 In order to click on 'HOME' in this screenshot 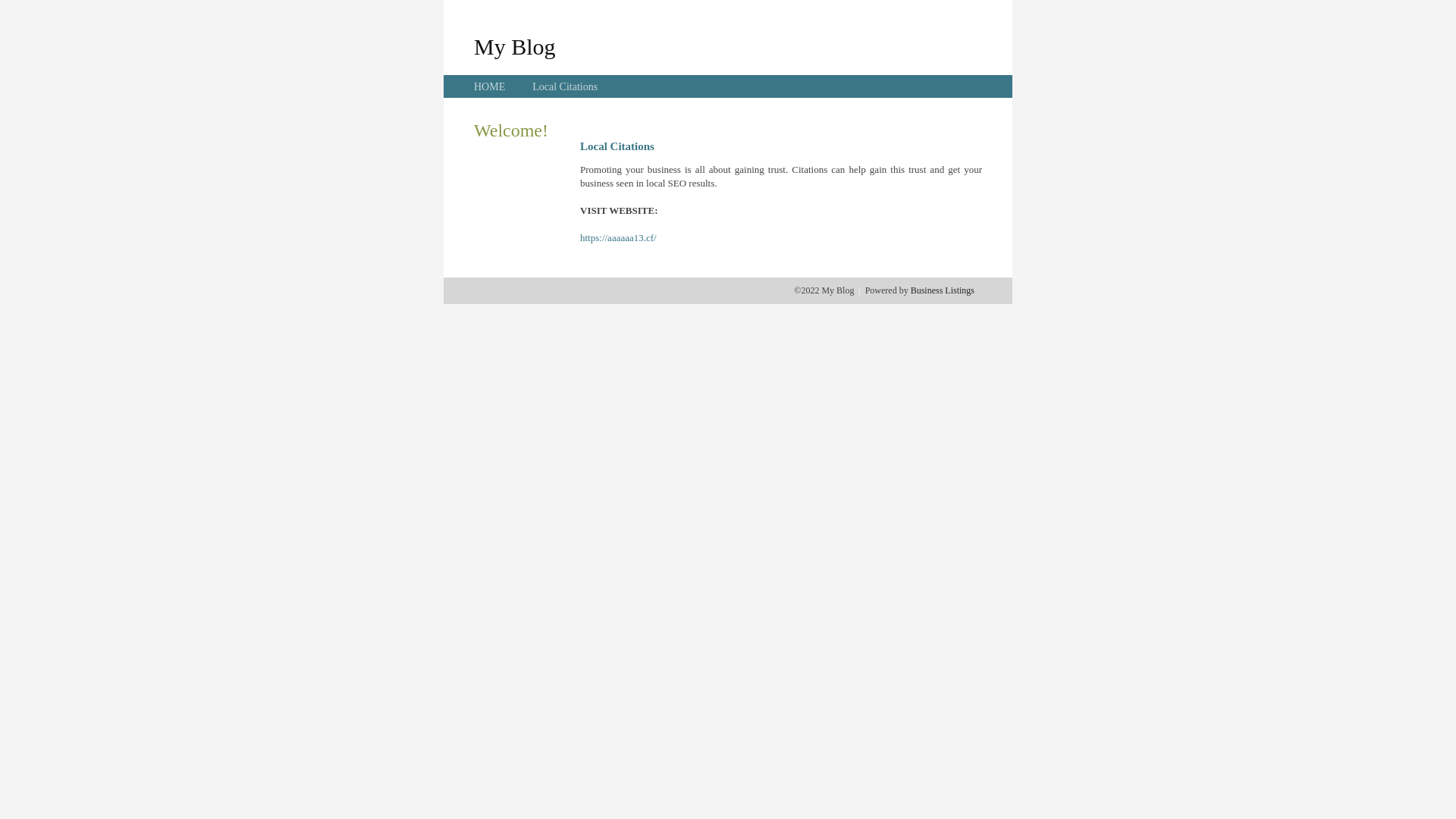, I will do `click(489, 86)`.